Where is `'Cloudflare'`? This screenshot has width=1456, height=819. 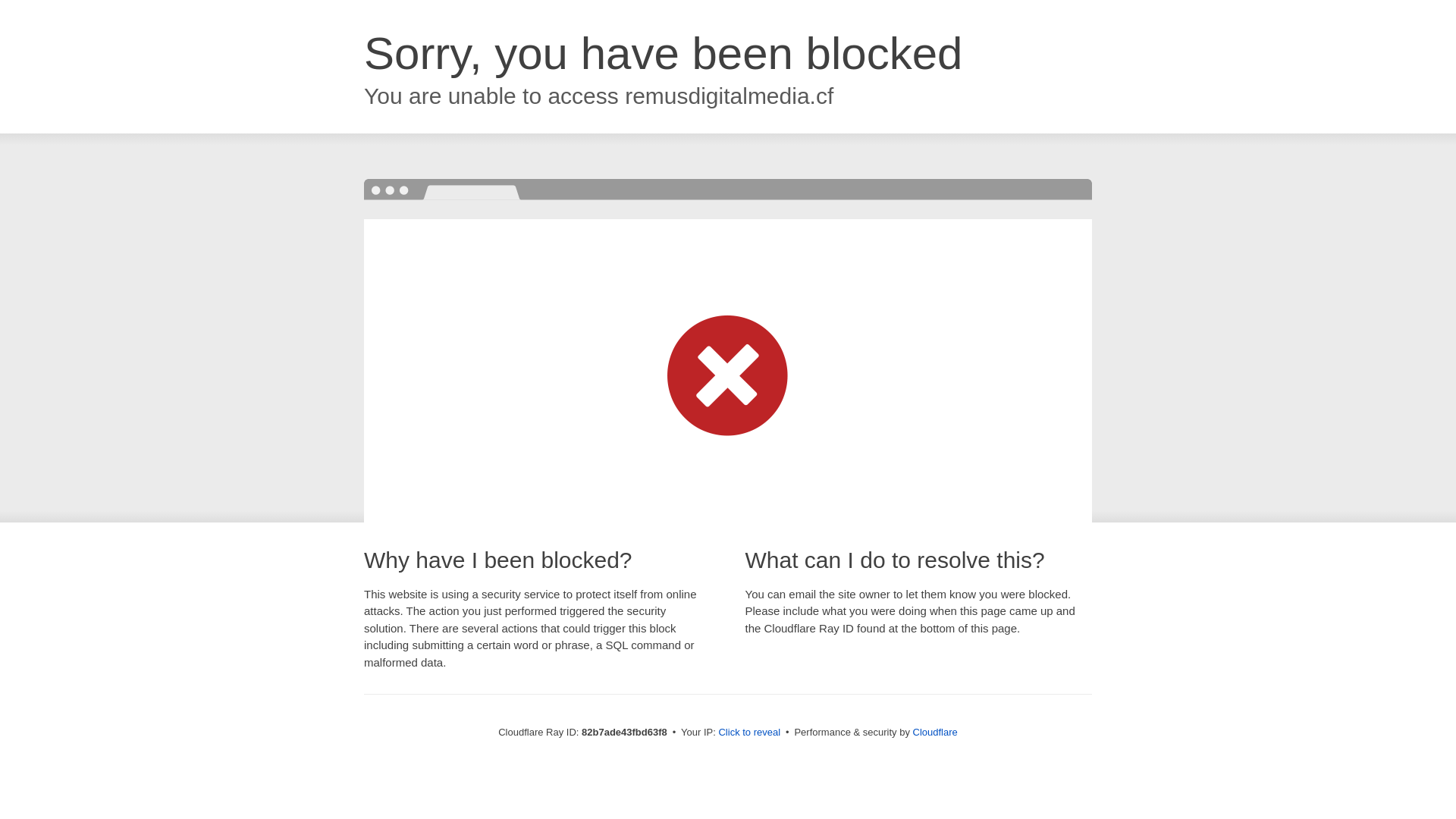
'Cloudflare' is located at coordinates (934, 731).